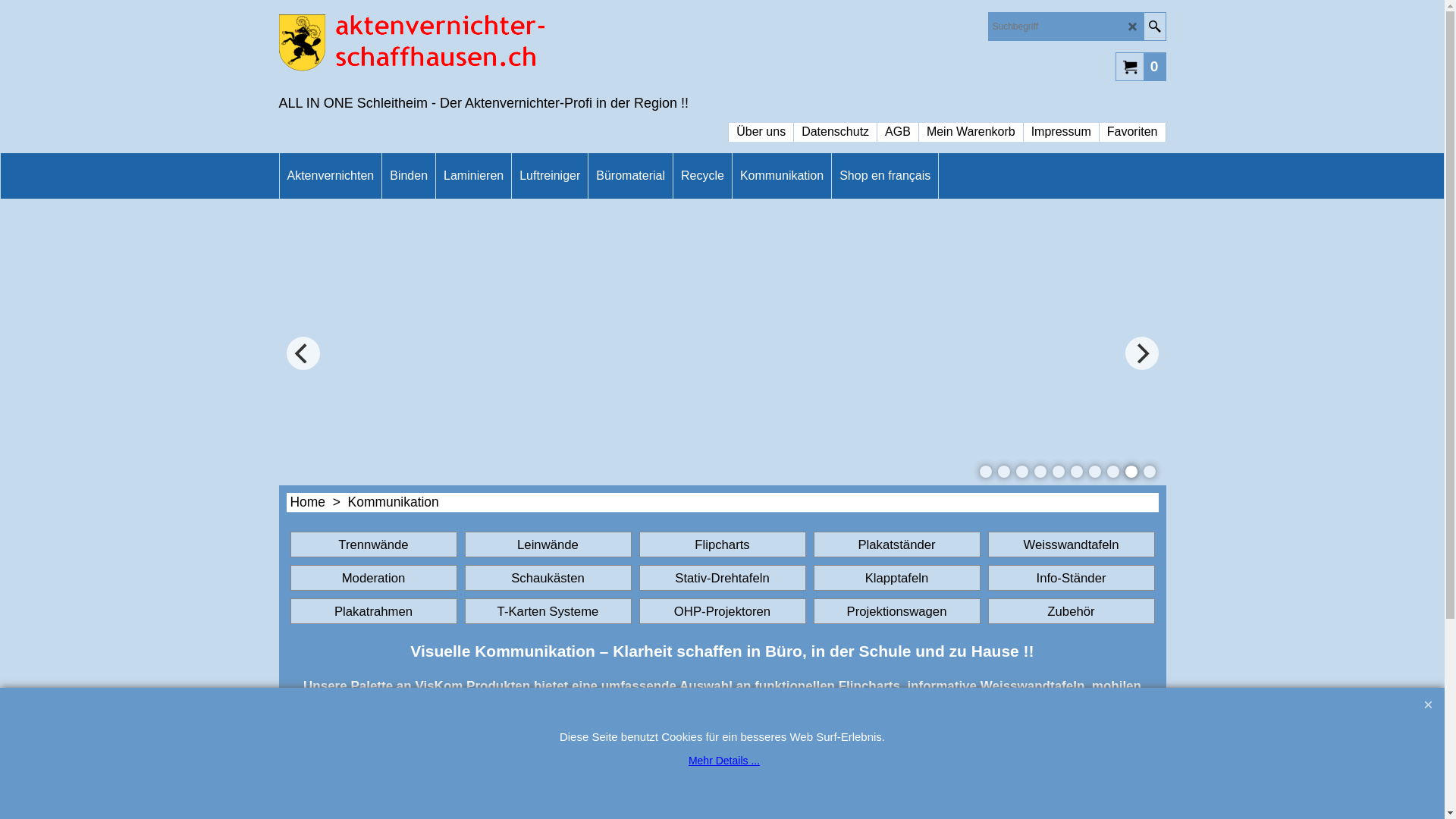 The width and height of the screenshot is (1456, 819). What do you see at coordinates (638, 578) in the screenshot?
I see `'Stativ-Drehtafeln'` at bounding box center [638, 578].